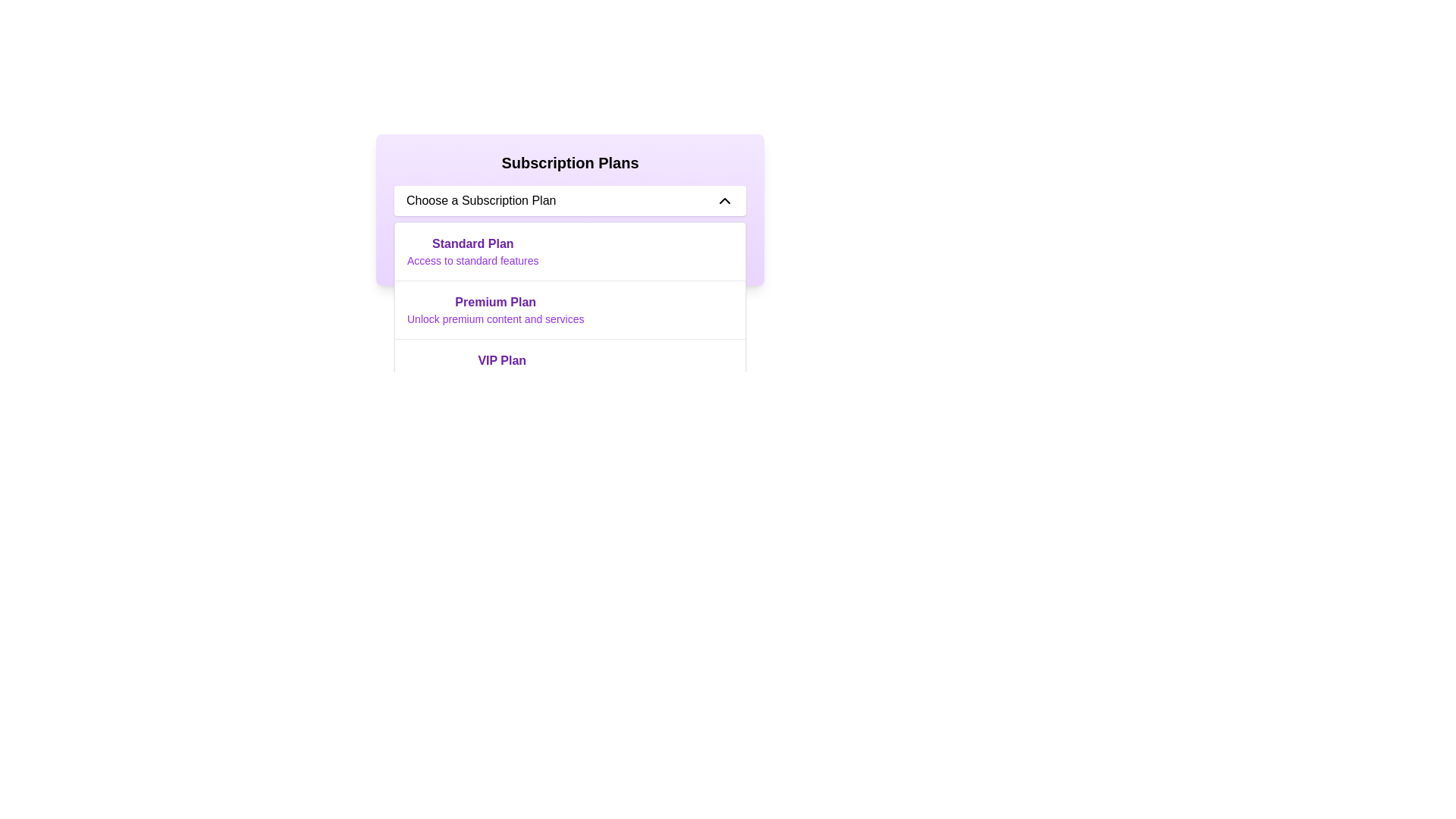  I want to click on the 'Standard Plan' list option displayed in bold purple color, located in the dropdown menu under 'Choose a Subscription Plan', so click(570, 250).